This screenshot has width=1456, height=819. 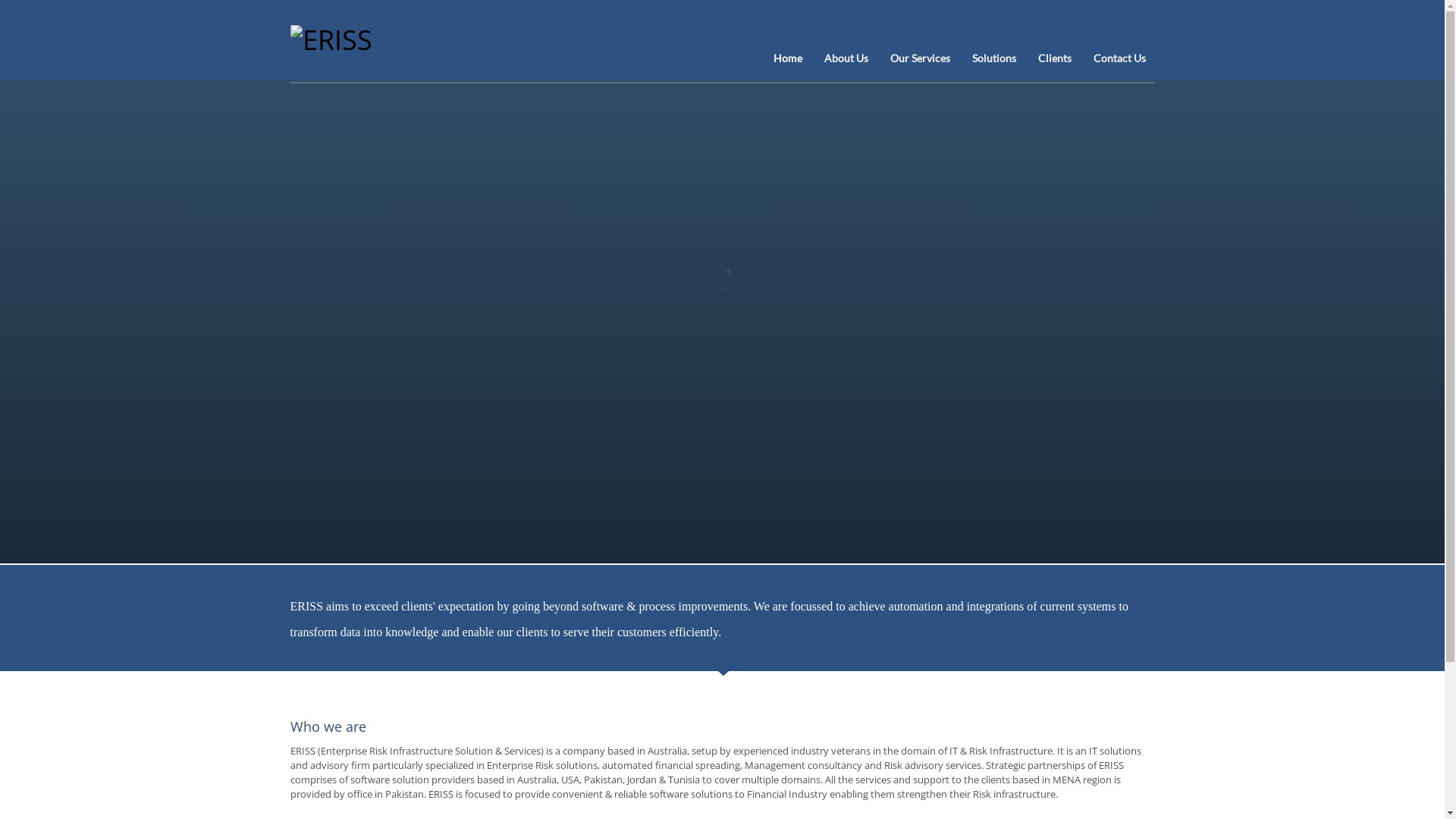 I want to click on 'Contact Us', so click(x=1119, y=58).